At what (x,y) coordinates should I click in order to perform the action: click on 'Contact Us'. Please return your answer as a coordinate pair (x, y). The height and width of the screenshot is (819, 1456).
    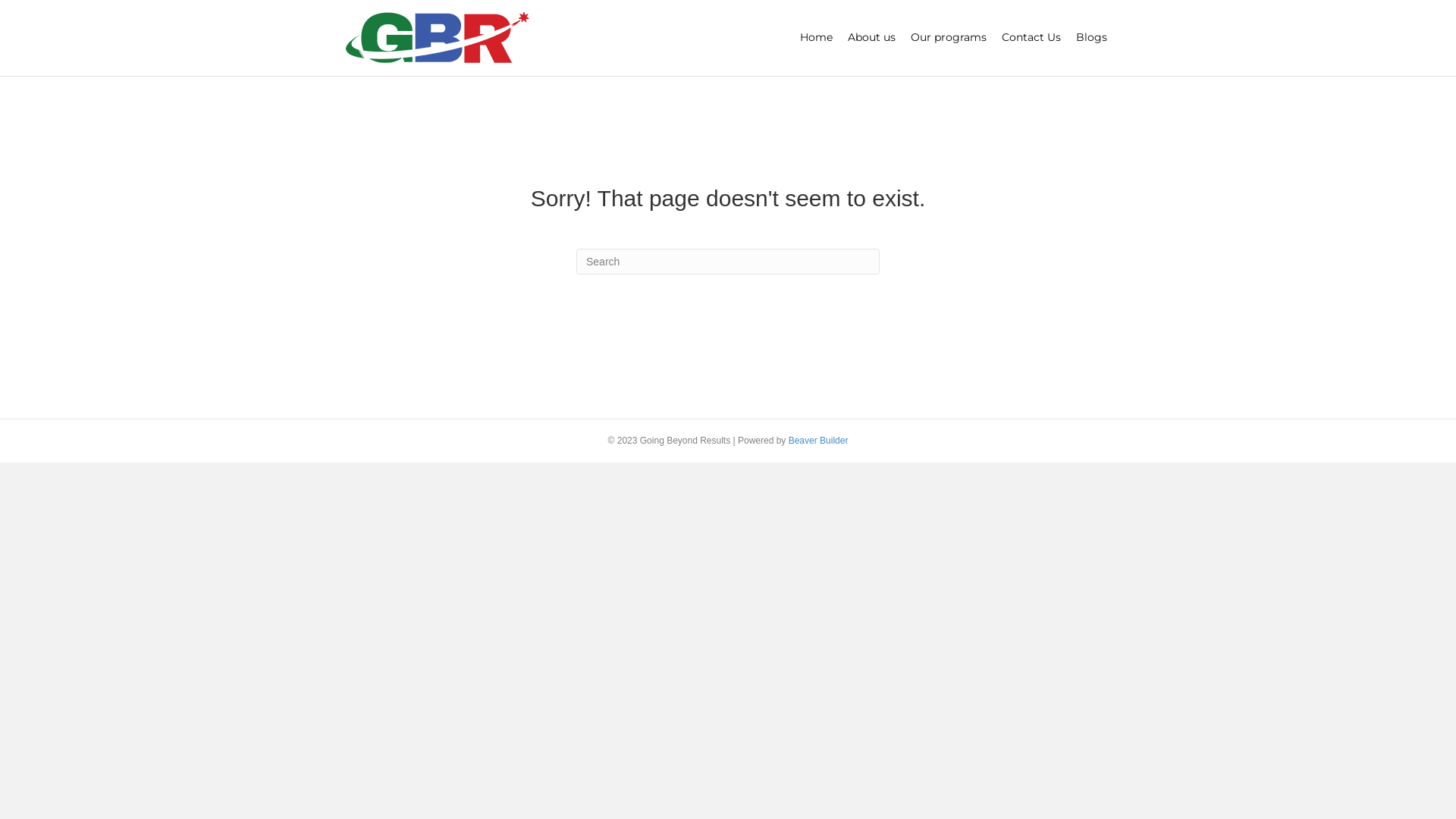
    Looking at the image, I should click on (1031, 37).